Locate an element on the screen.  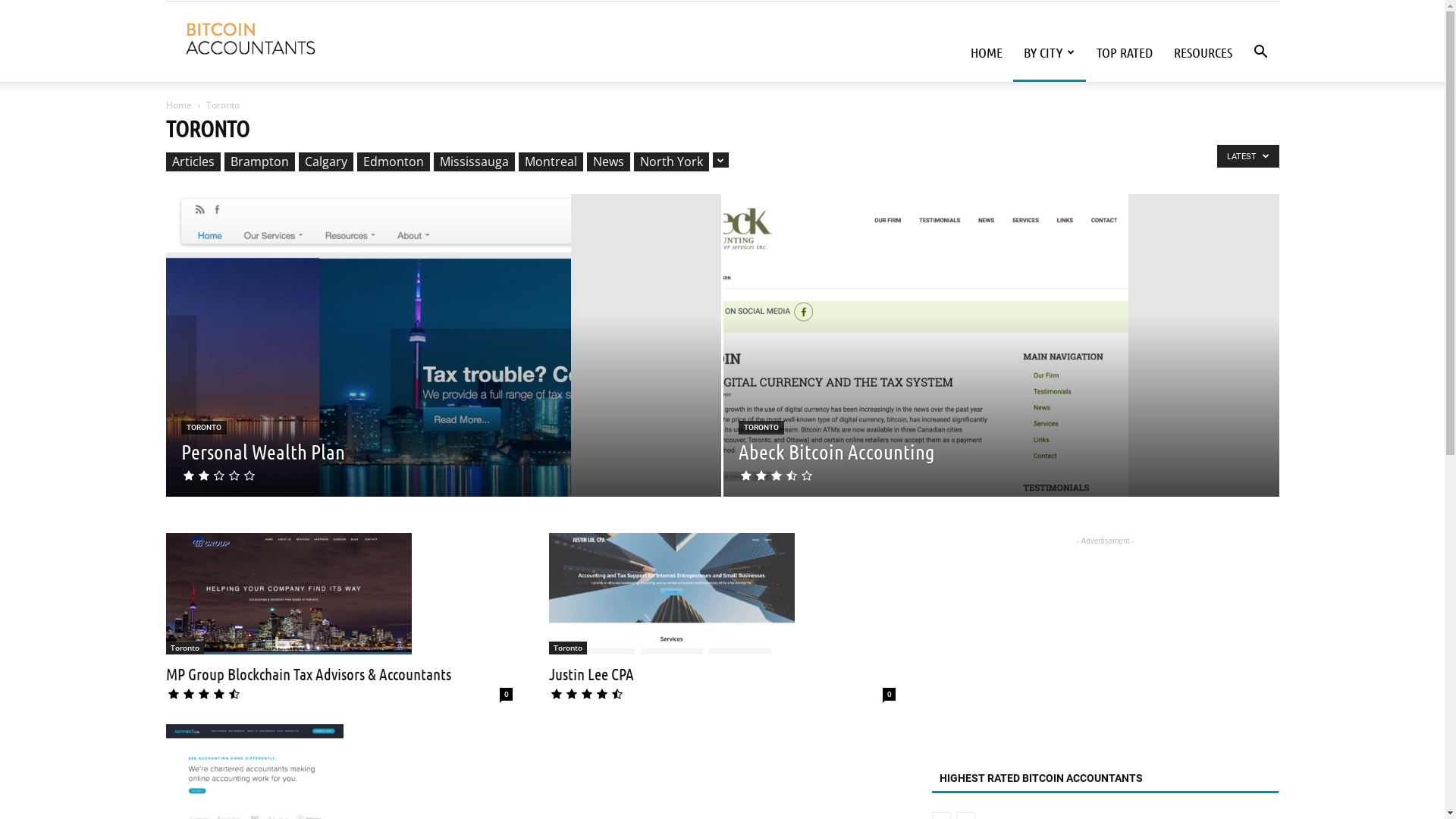
'Mississauga' is located at coordinates (432, 162).